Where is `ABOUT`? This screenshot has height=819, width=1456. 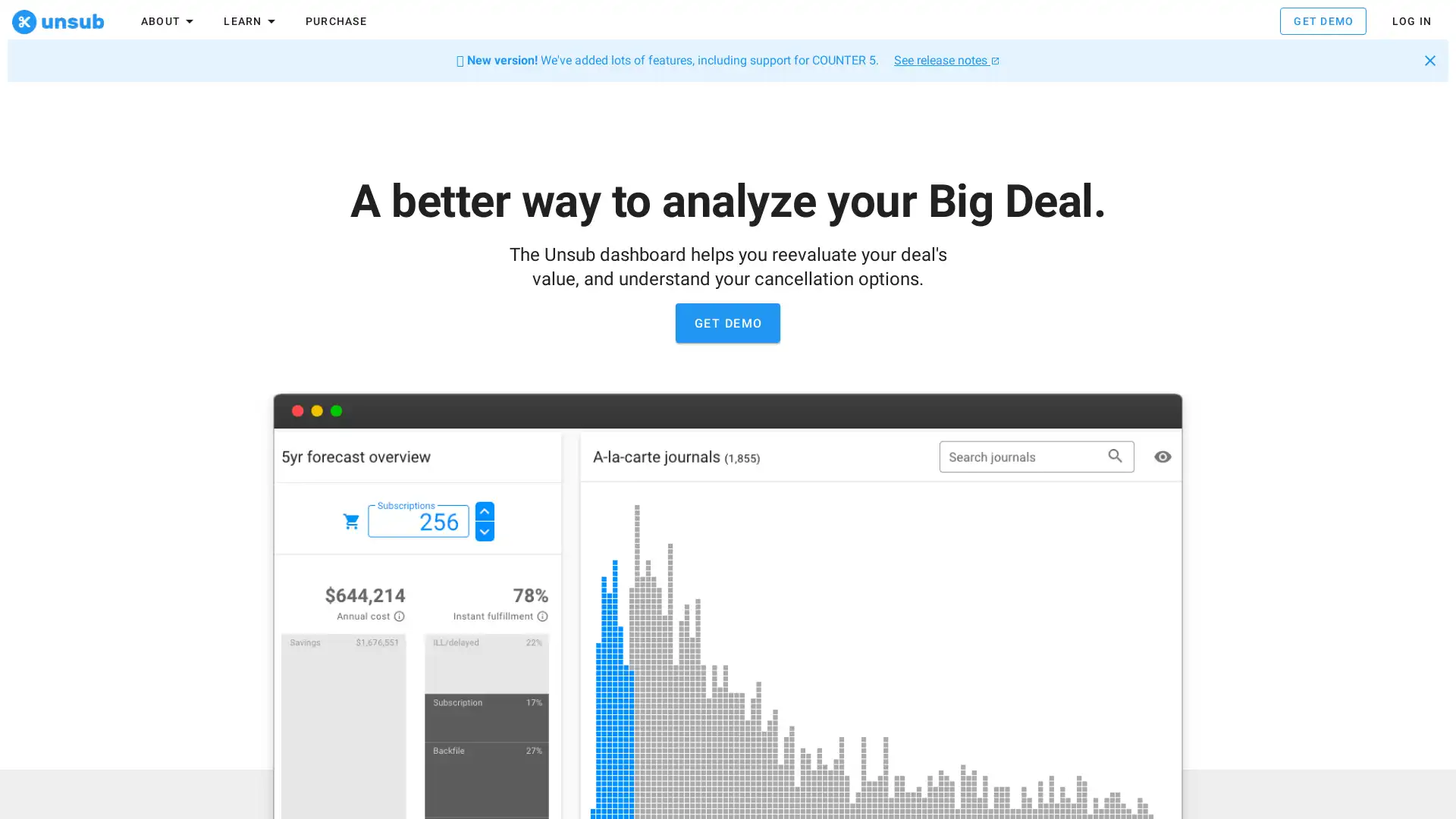
ABOUT is located at coordinates (168, 24).